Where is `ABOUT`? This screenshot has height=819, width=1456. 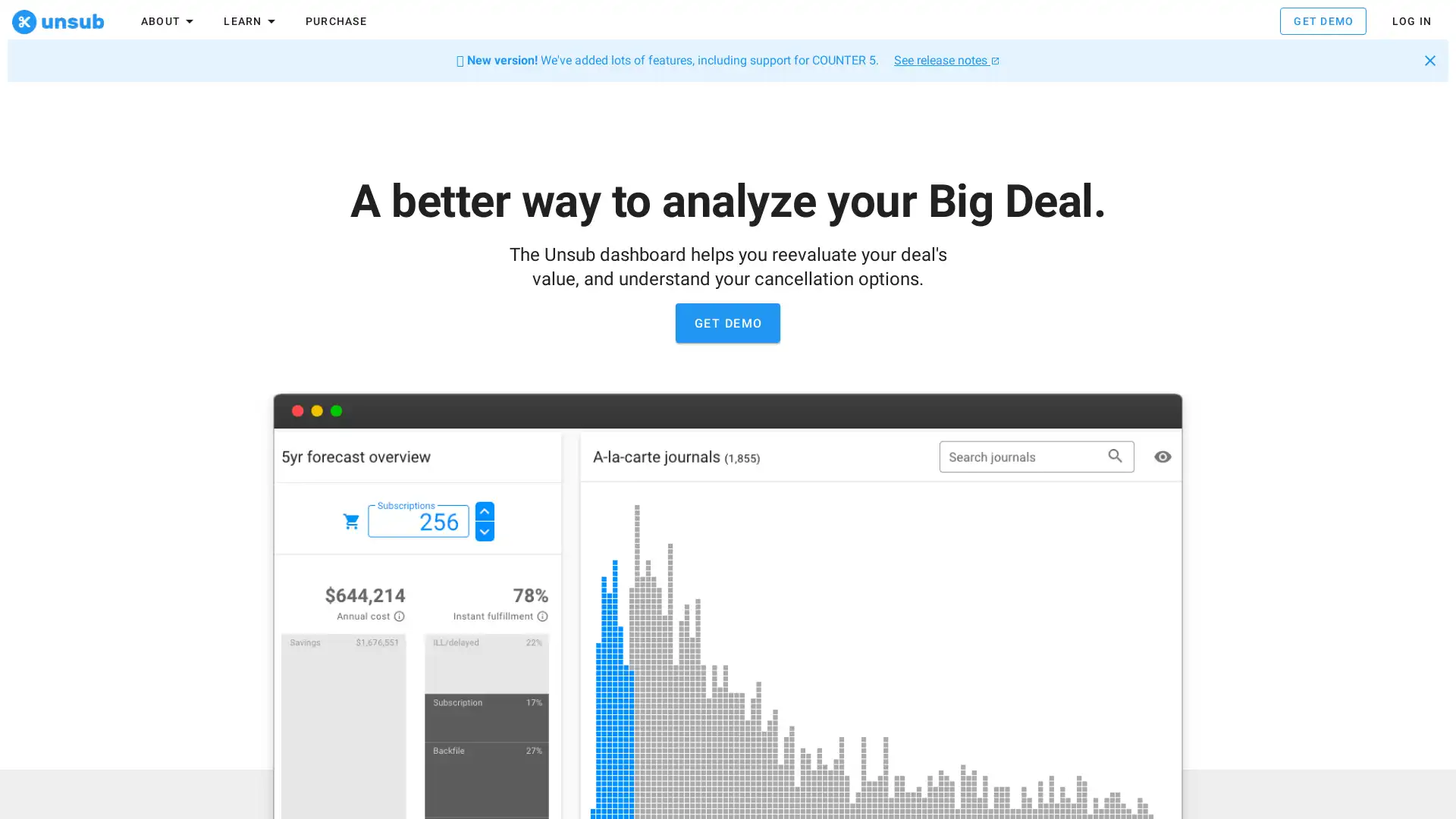
ABOUT is located at coordinates (168, 24).